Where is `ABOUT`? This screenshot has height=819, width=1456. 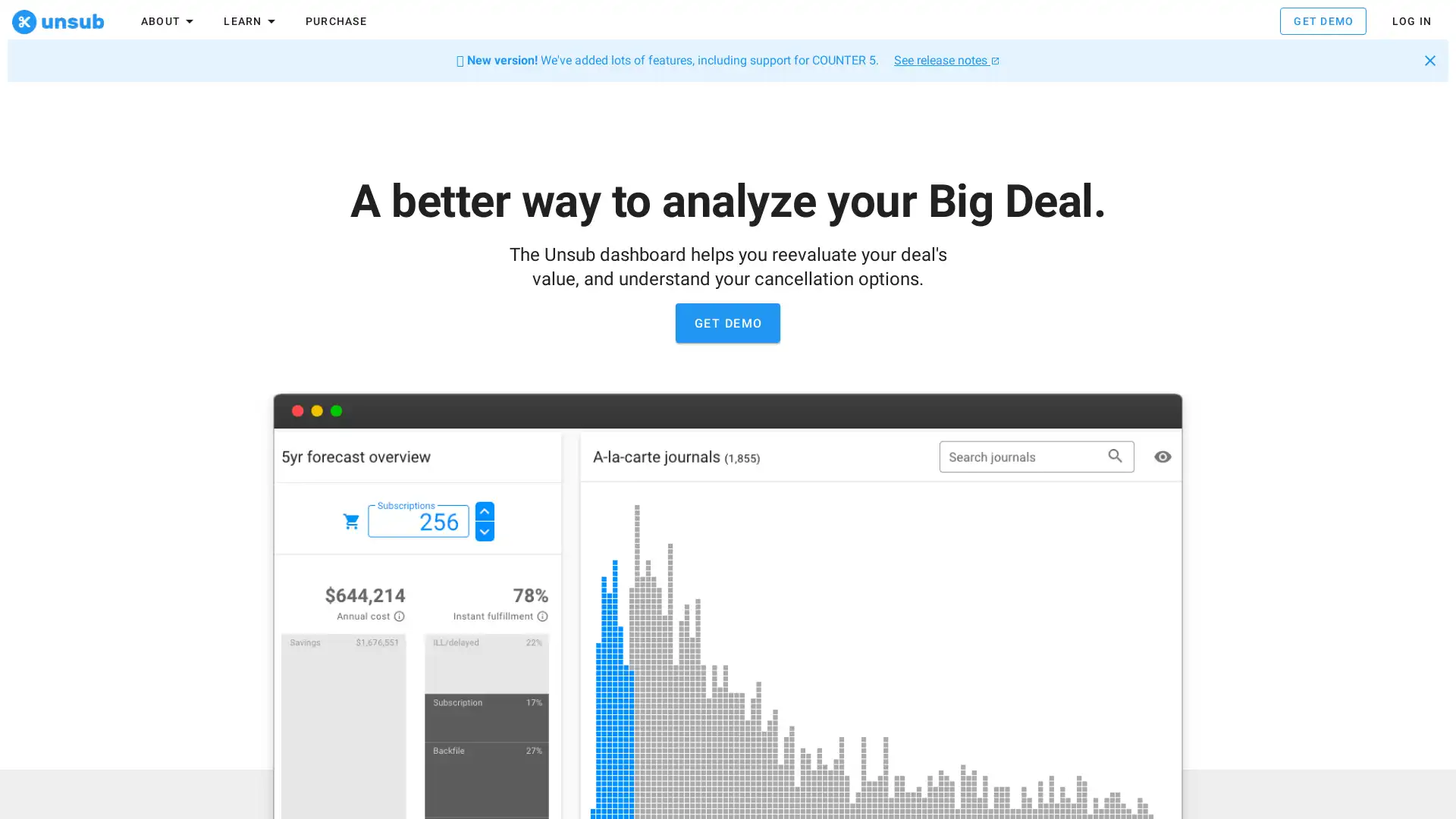
ABOUT is located at coordinates (168, 24).